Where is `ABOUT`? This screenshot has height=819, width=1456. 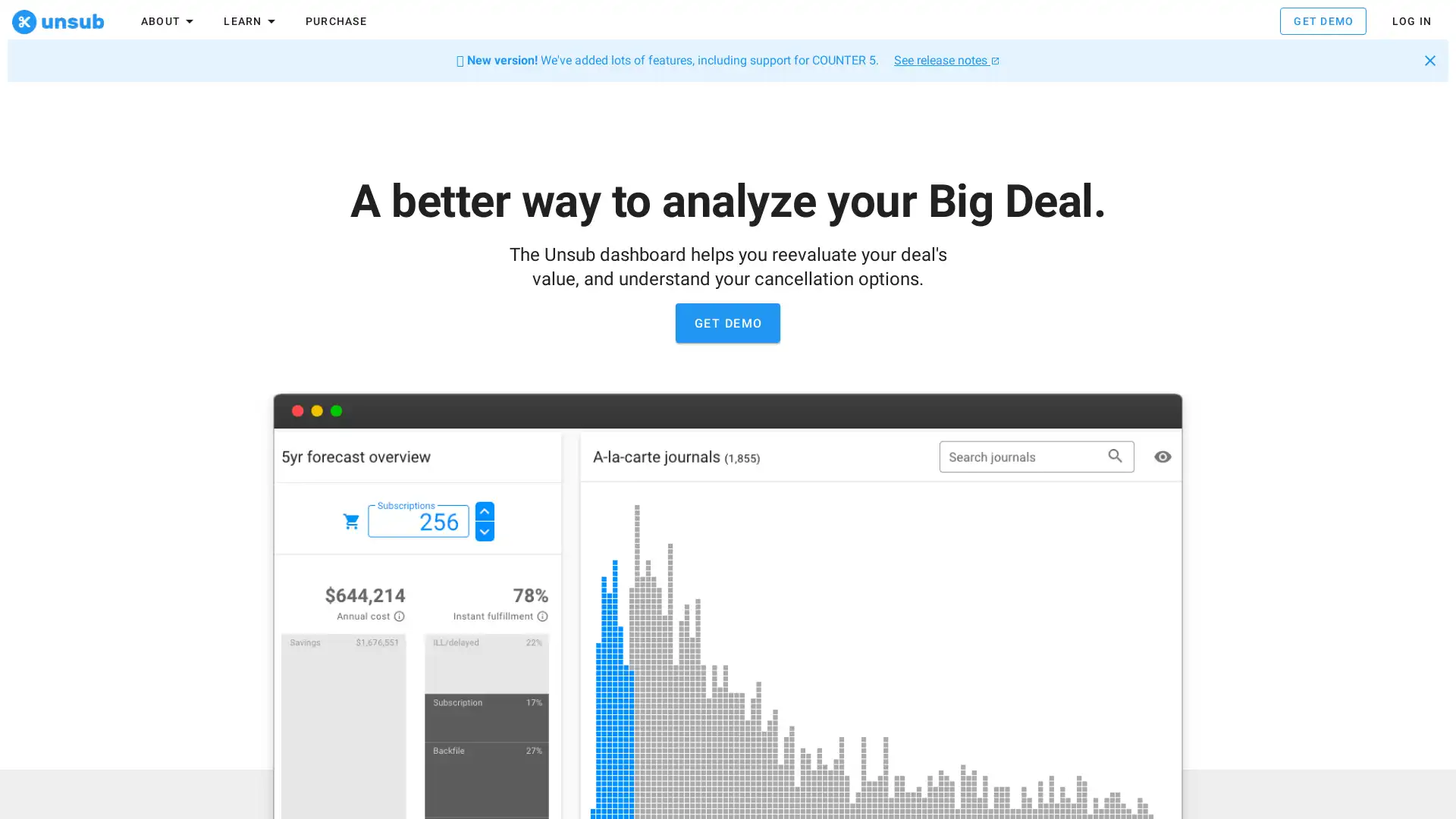
ABOUT is located at coordinates (168, 24).